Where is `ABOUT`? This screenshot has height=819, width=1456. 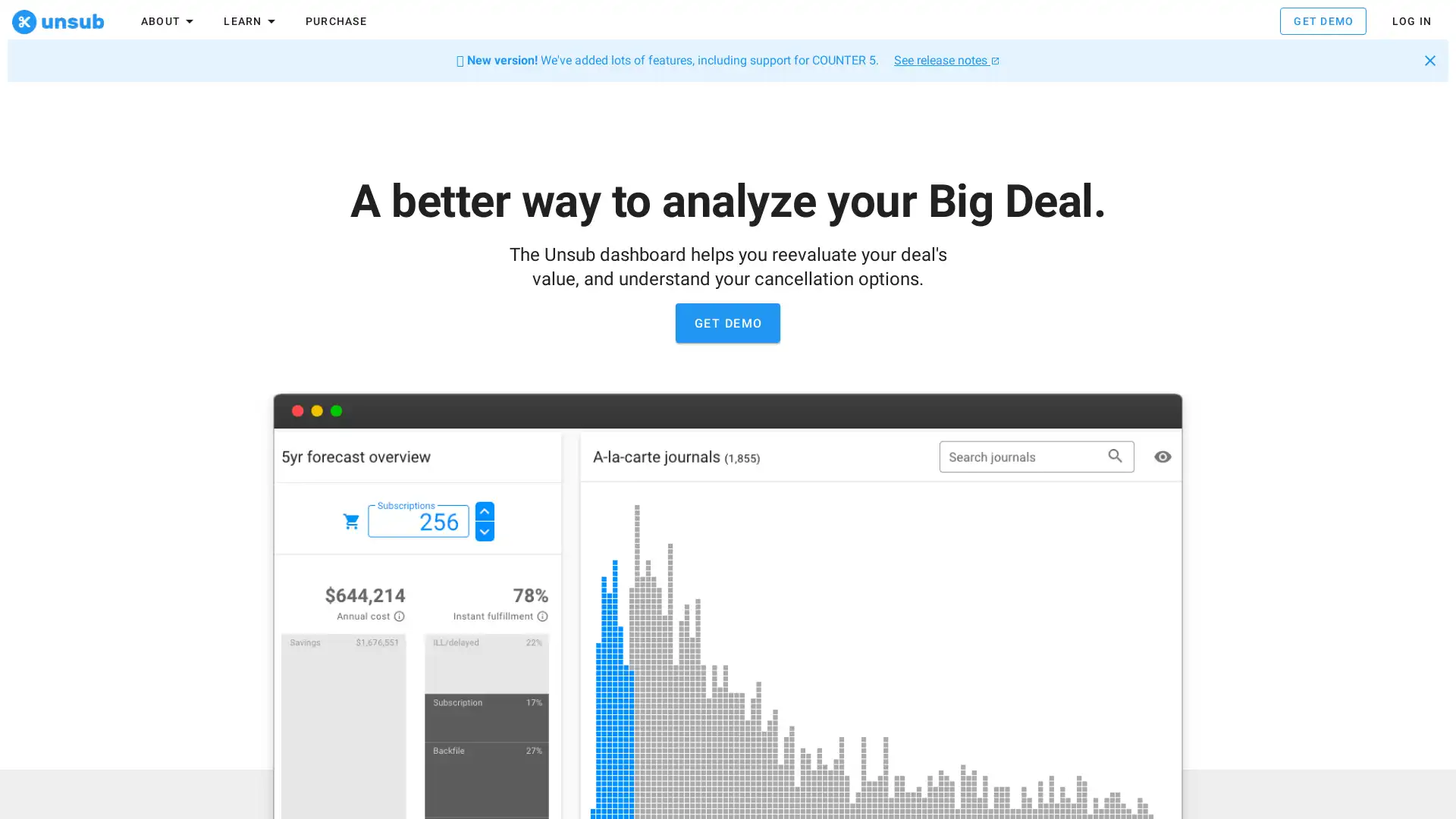
ABOUT is located at coordinates (168, 24).